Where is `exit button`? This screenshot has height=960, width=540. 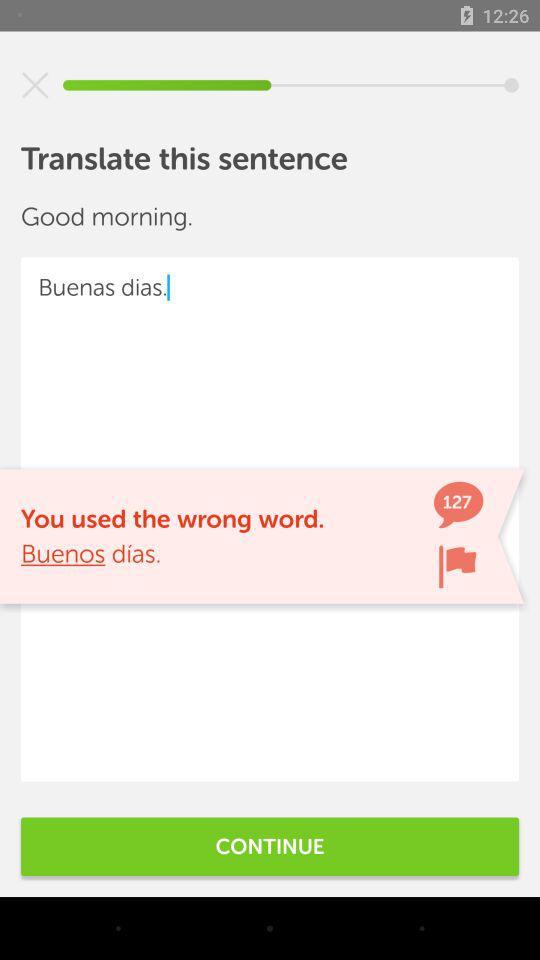 exit button is located at coordinates (35, 85).